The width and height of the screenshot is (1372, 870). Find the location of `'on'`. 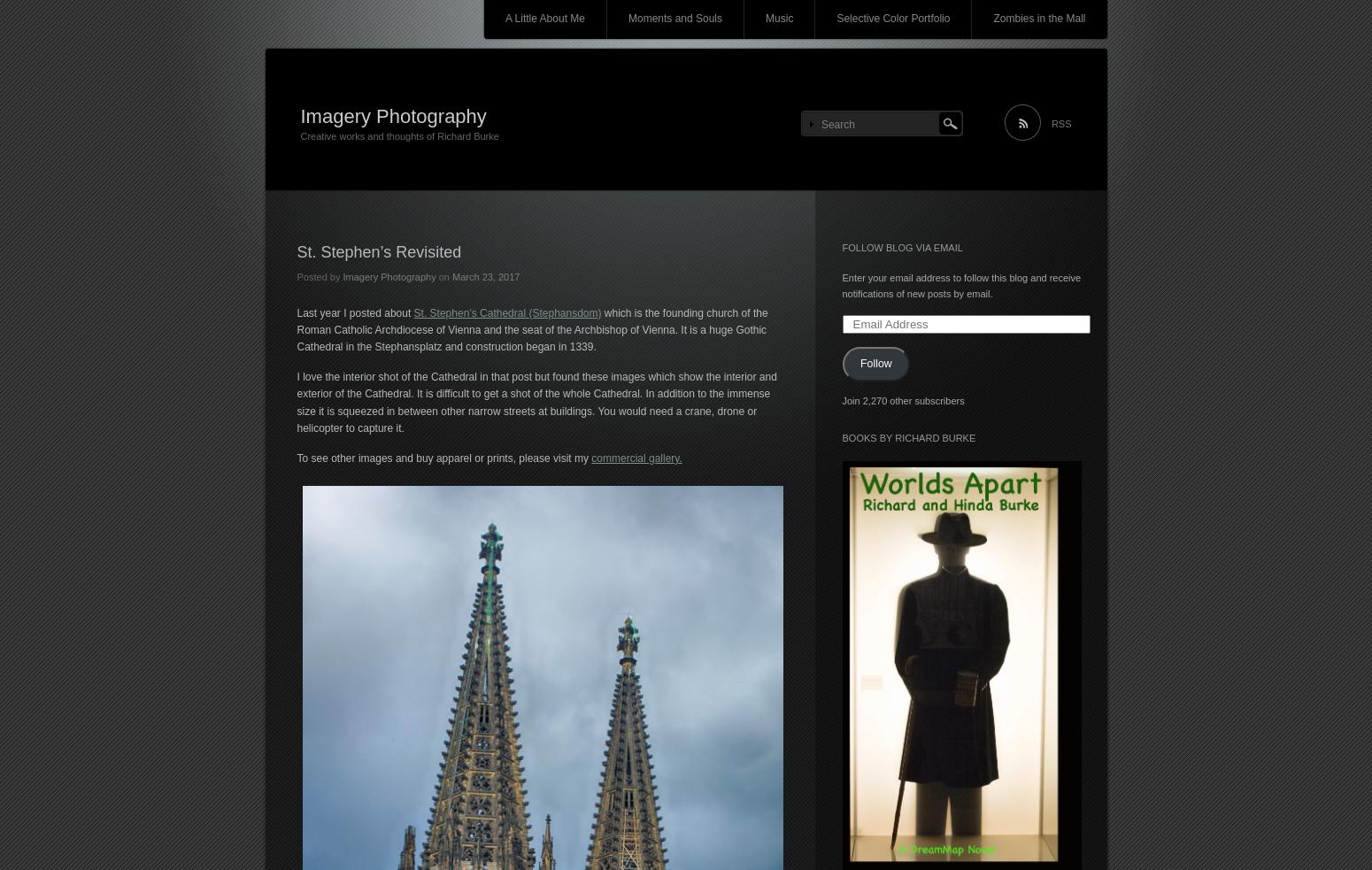

'on' is located at coordinates (443, 276).